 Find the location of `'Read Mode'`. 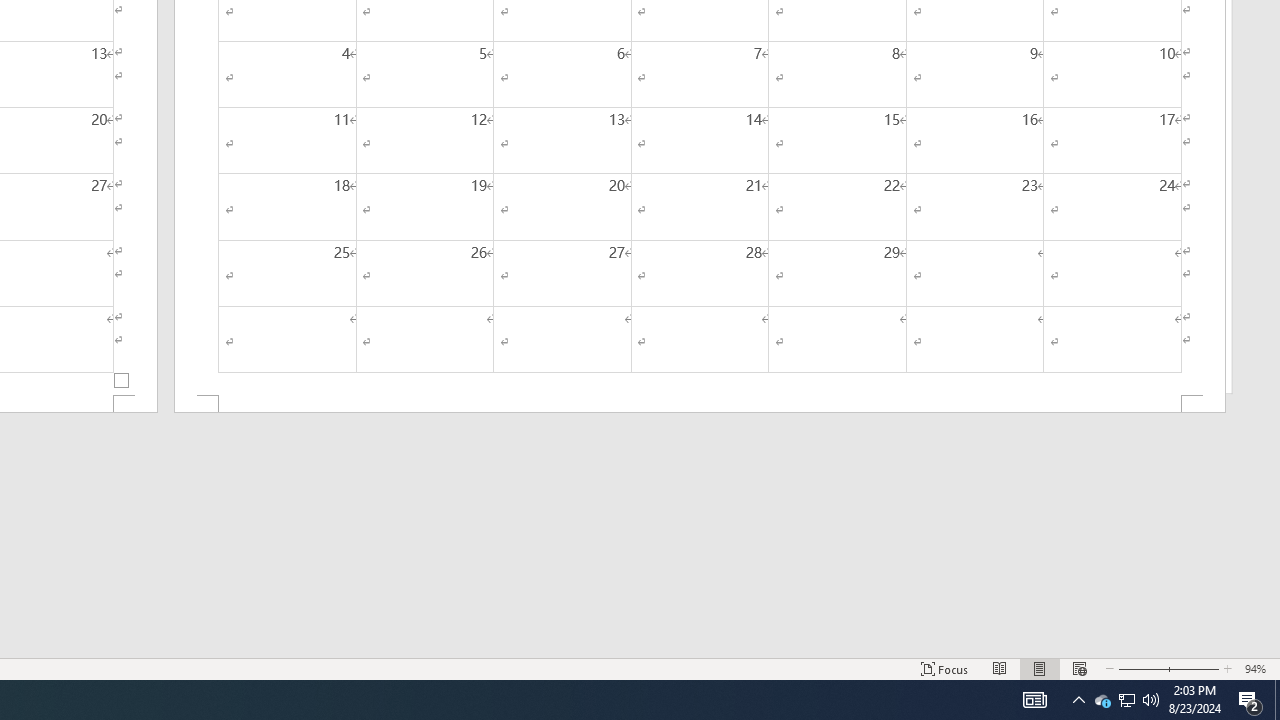

'Read Mode' is located at coordinates (1000, 669).